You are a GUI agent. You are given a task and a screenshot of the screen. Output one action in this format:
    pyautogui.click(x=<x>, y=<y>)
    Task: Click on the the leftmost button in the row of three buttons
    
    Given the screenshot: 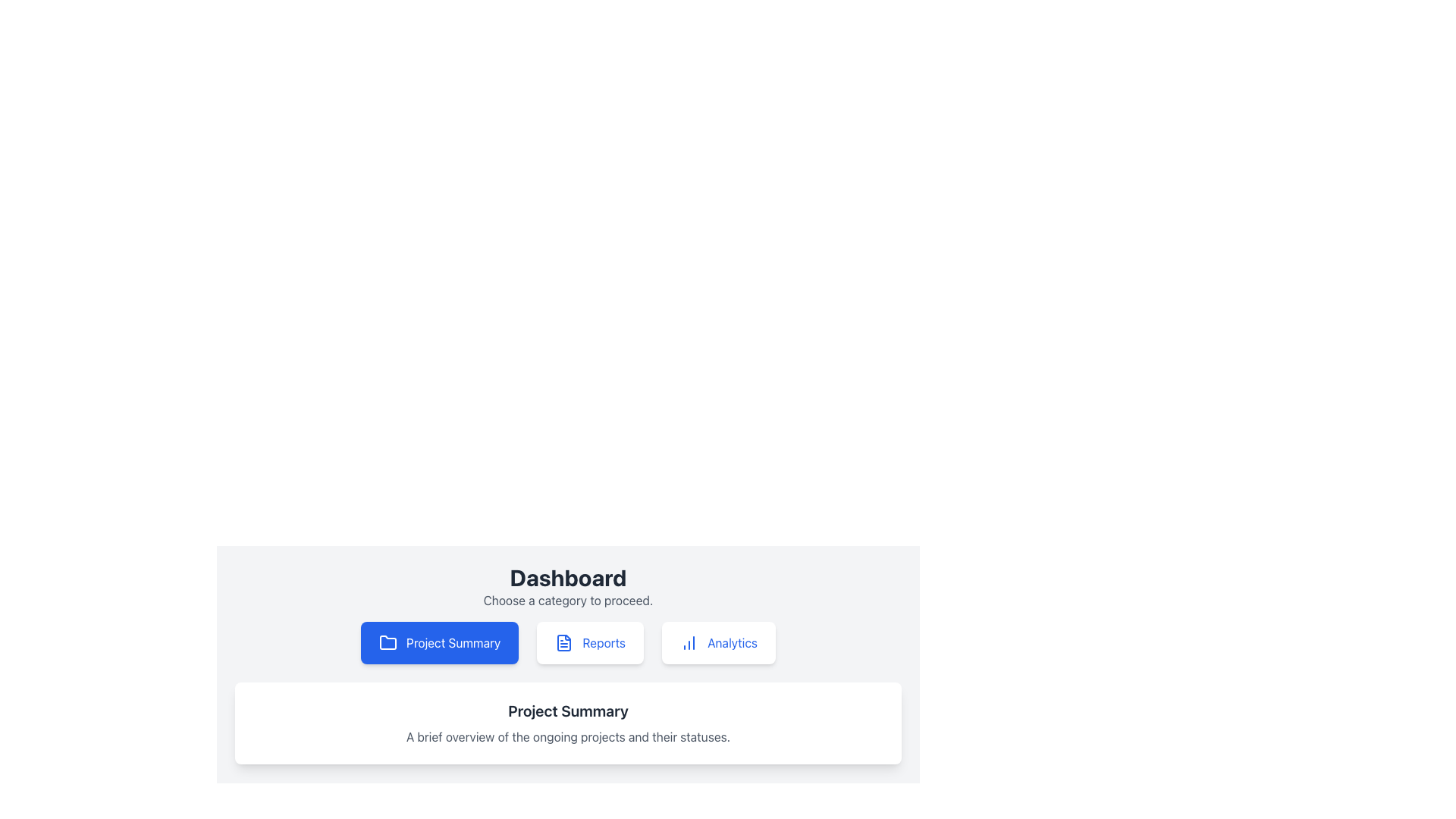 What is the action you would take?
    pyautogui.click(x=439, y=643)
    